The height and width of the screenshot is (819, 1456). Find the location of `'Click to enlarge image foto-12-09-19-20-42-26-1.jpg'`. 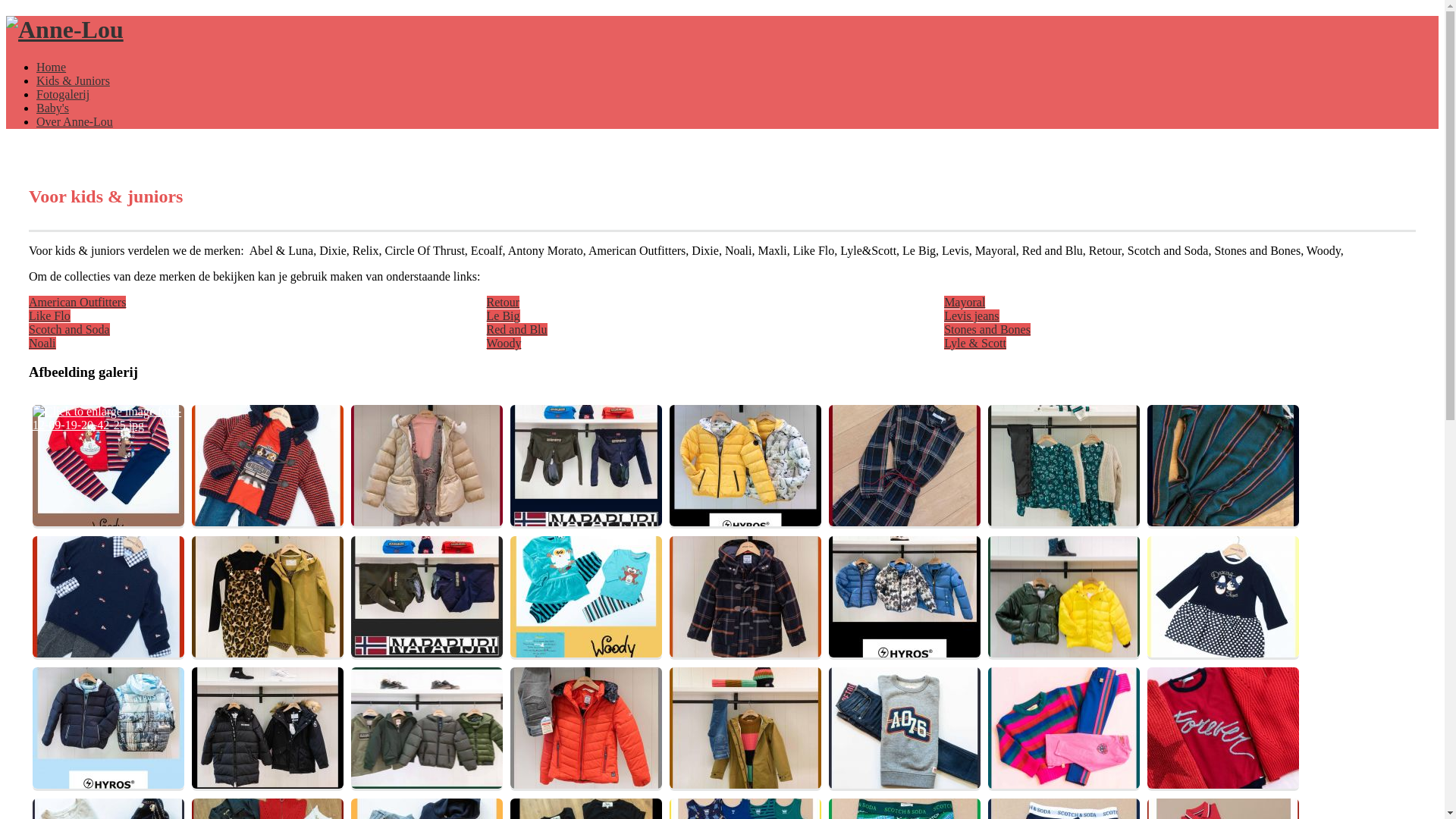

'Click to enlarge image foto-12-09-19-20-42-26-1.jpg' is located at coordinates (191, 464).